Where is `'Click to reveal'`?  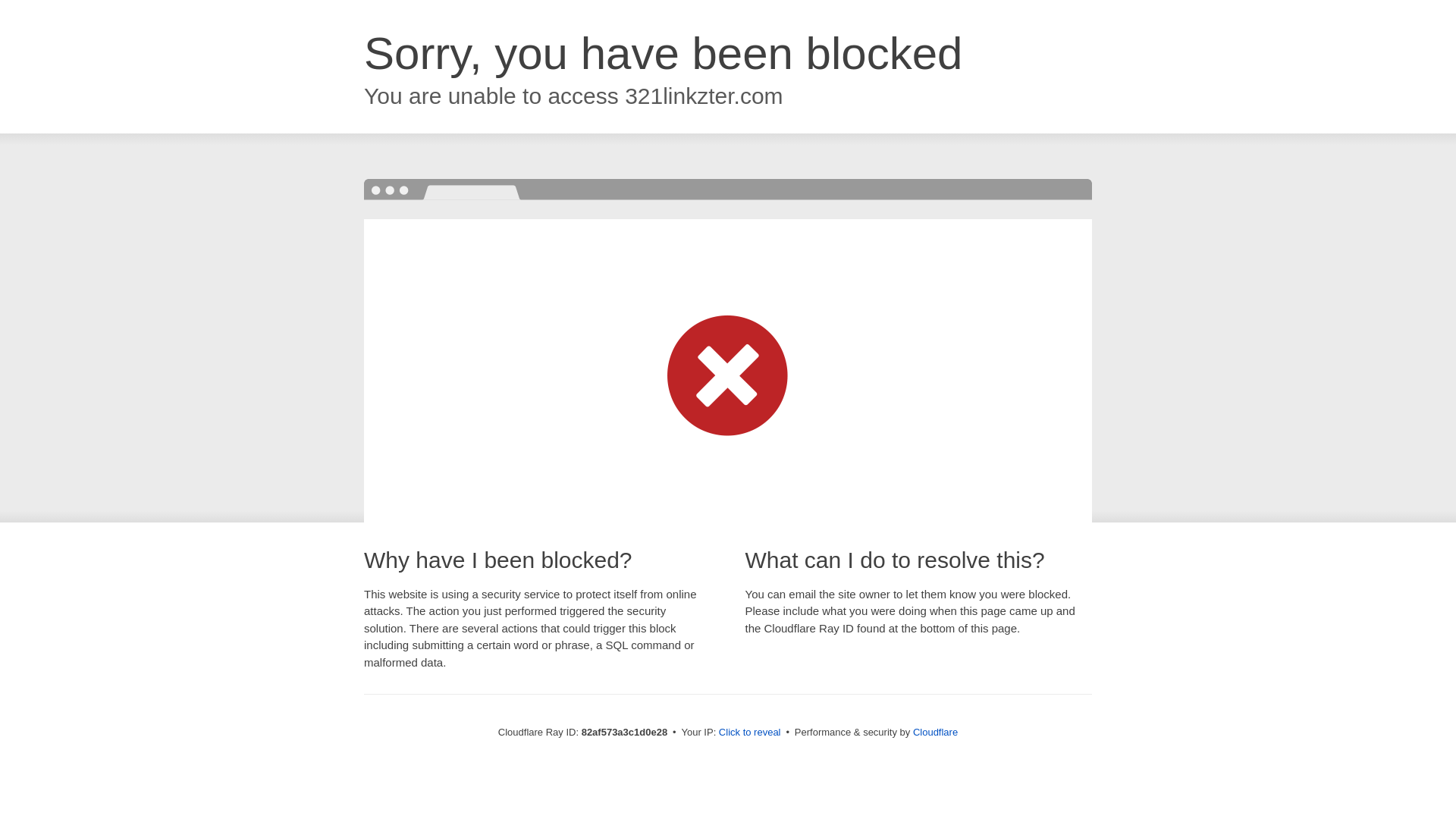
'Click to reveal' is located at coordinates (749, 731).